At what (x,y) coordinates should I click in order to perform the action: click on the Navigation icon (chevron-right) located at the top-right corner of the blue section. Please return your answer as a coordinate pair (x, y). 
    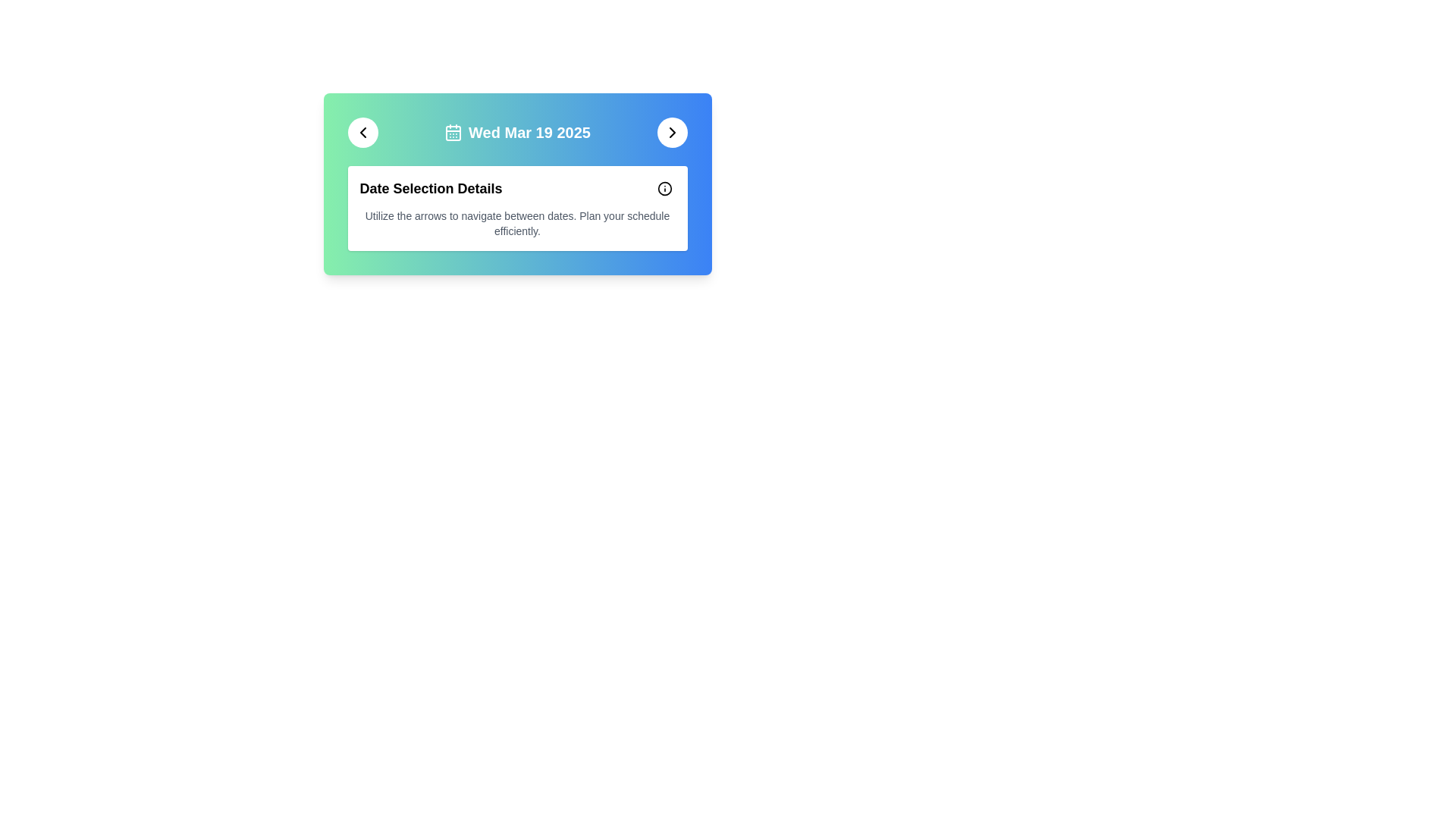
    Looking at the image, I should click on (671, 131).